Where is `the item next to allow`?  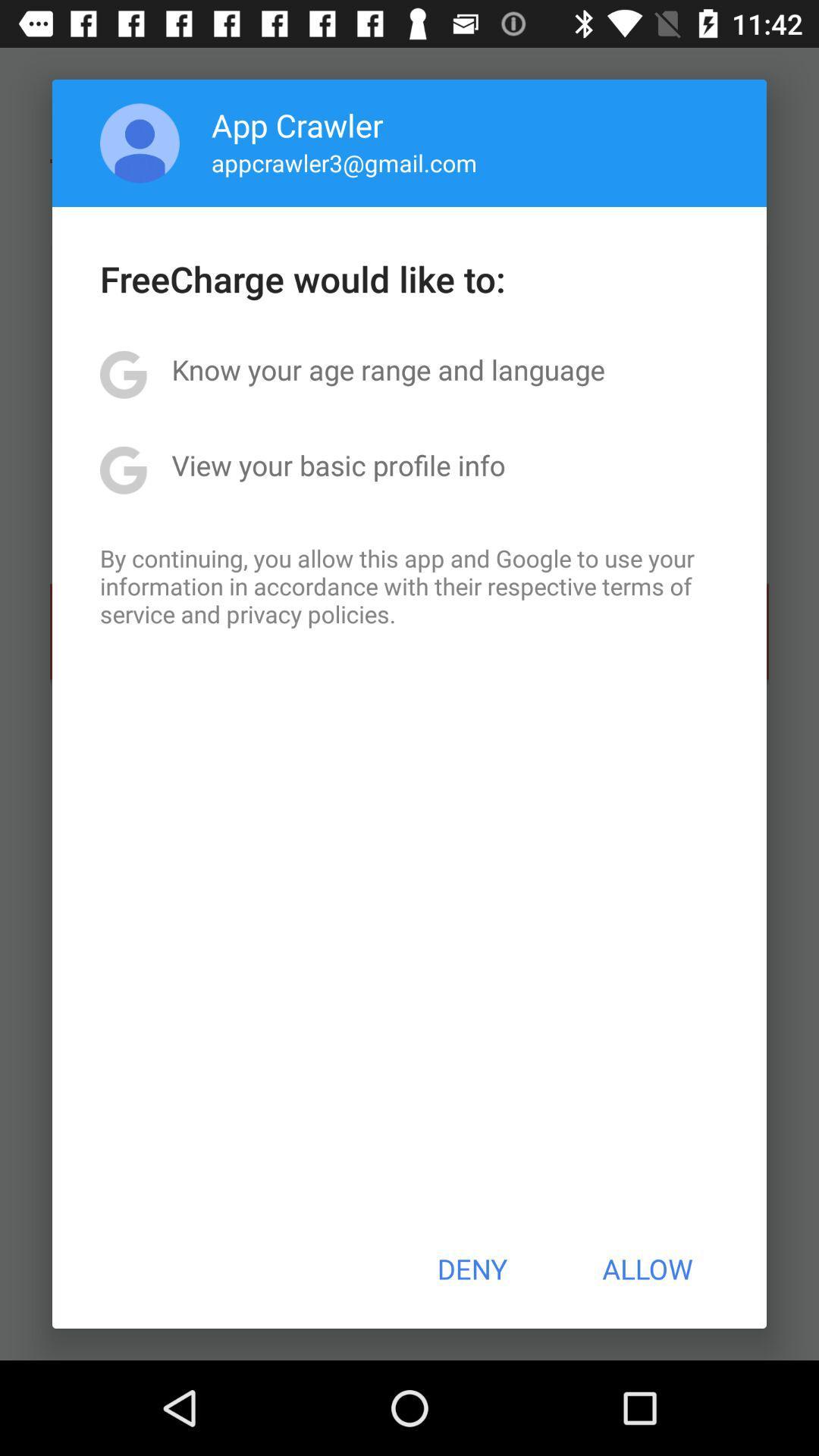
the item next to allow is located at coordinates (471, 1269).